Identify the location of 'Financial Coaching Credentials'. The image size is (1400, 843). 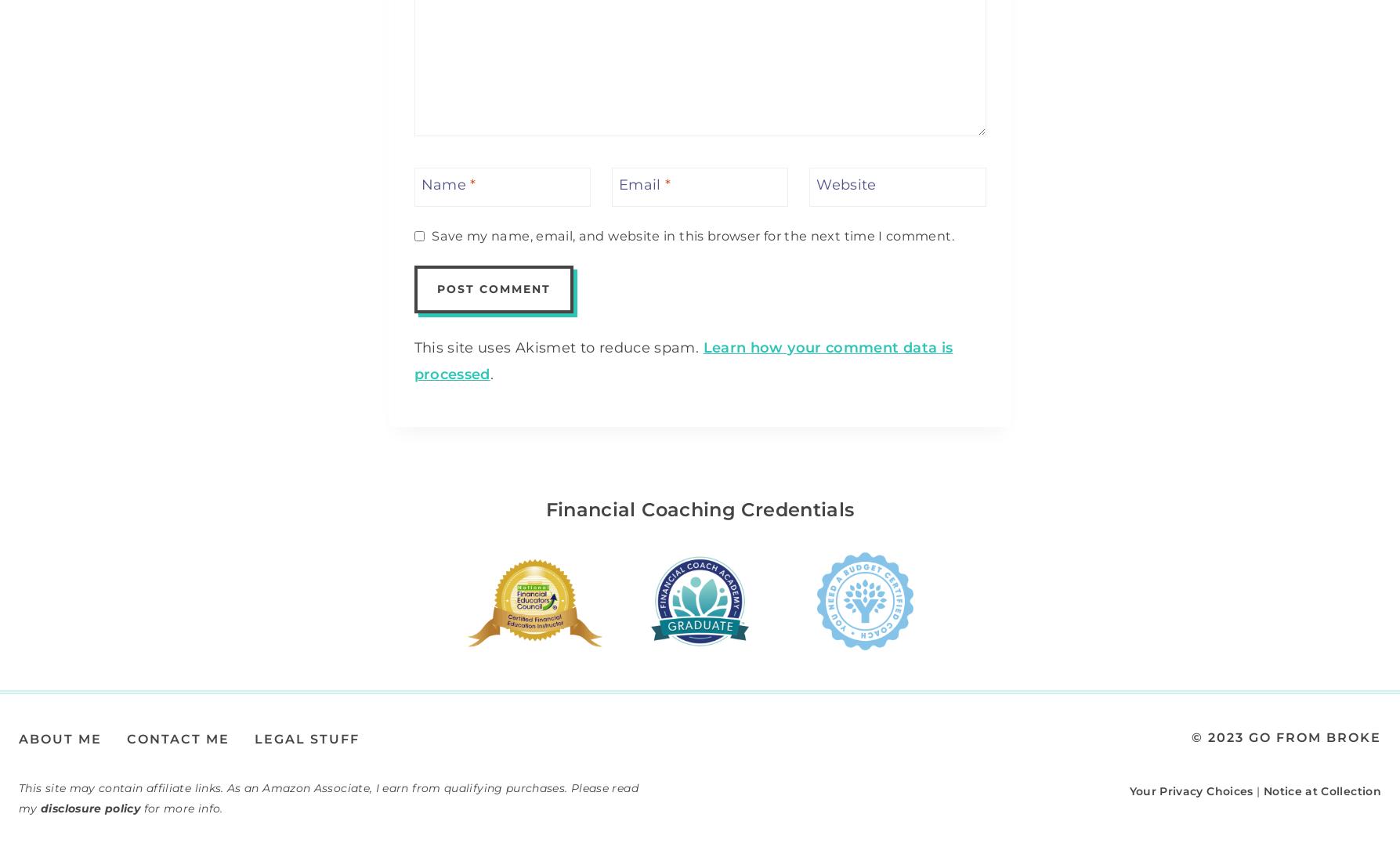
(699, 508).